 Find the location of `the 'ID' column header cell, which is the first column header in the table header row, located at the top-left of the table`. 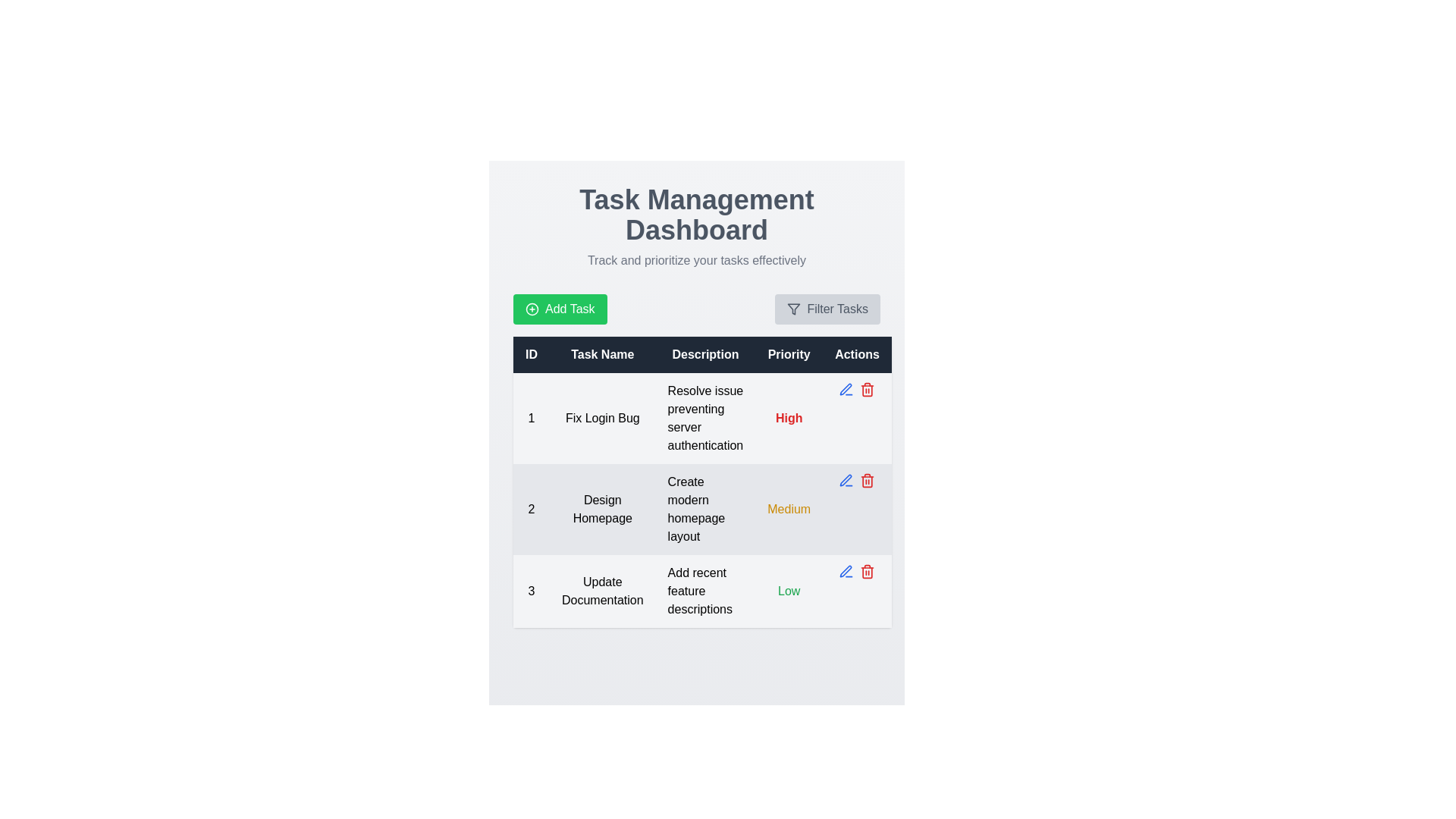

the 'ID' column header cell, which is the first column header in the table header row, located at the top-left of the table is located at coordinates (531, 354).